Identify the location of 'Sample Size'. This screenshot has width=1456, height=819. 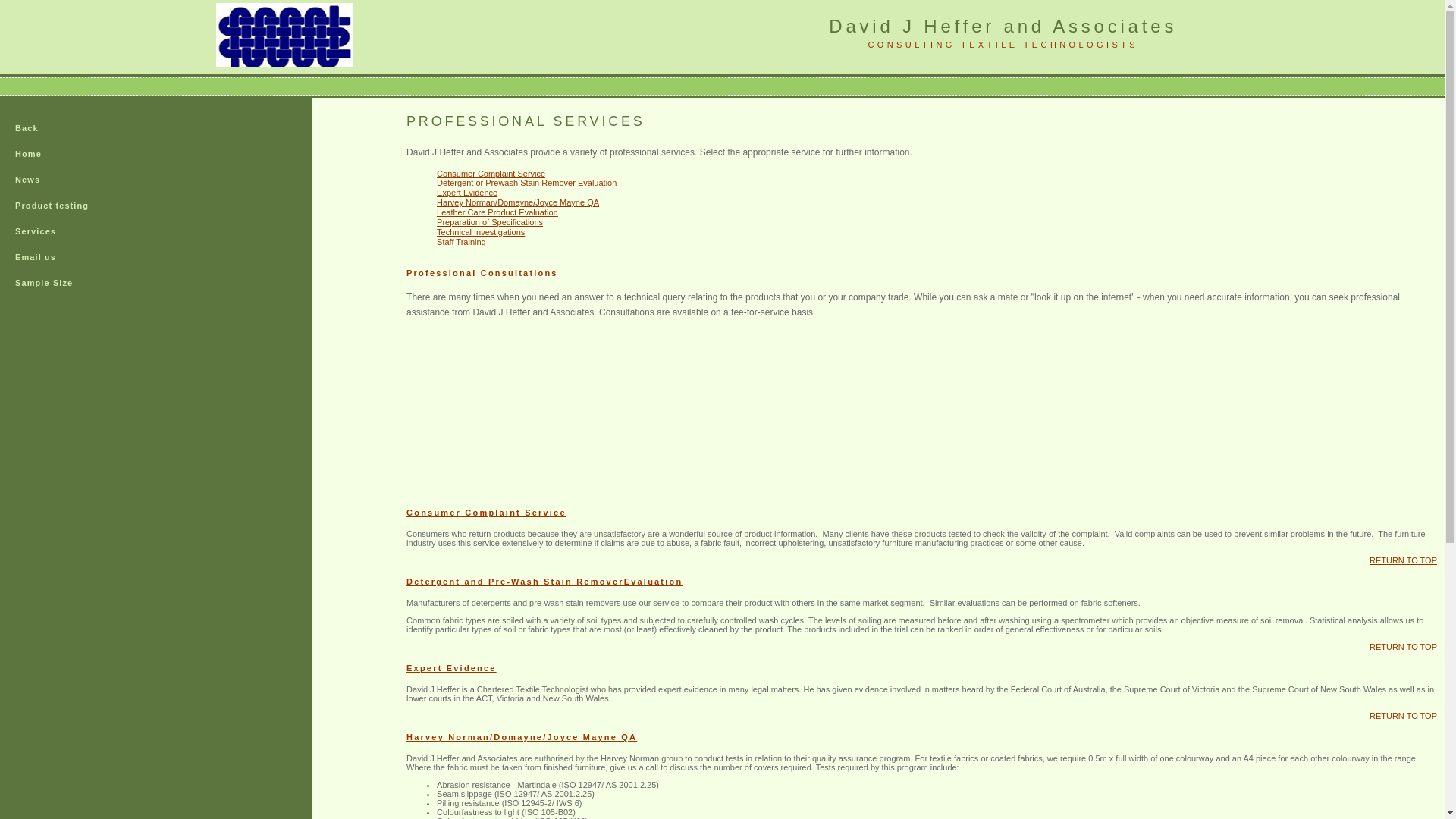
(61, 284).